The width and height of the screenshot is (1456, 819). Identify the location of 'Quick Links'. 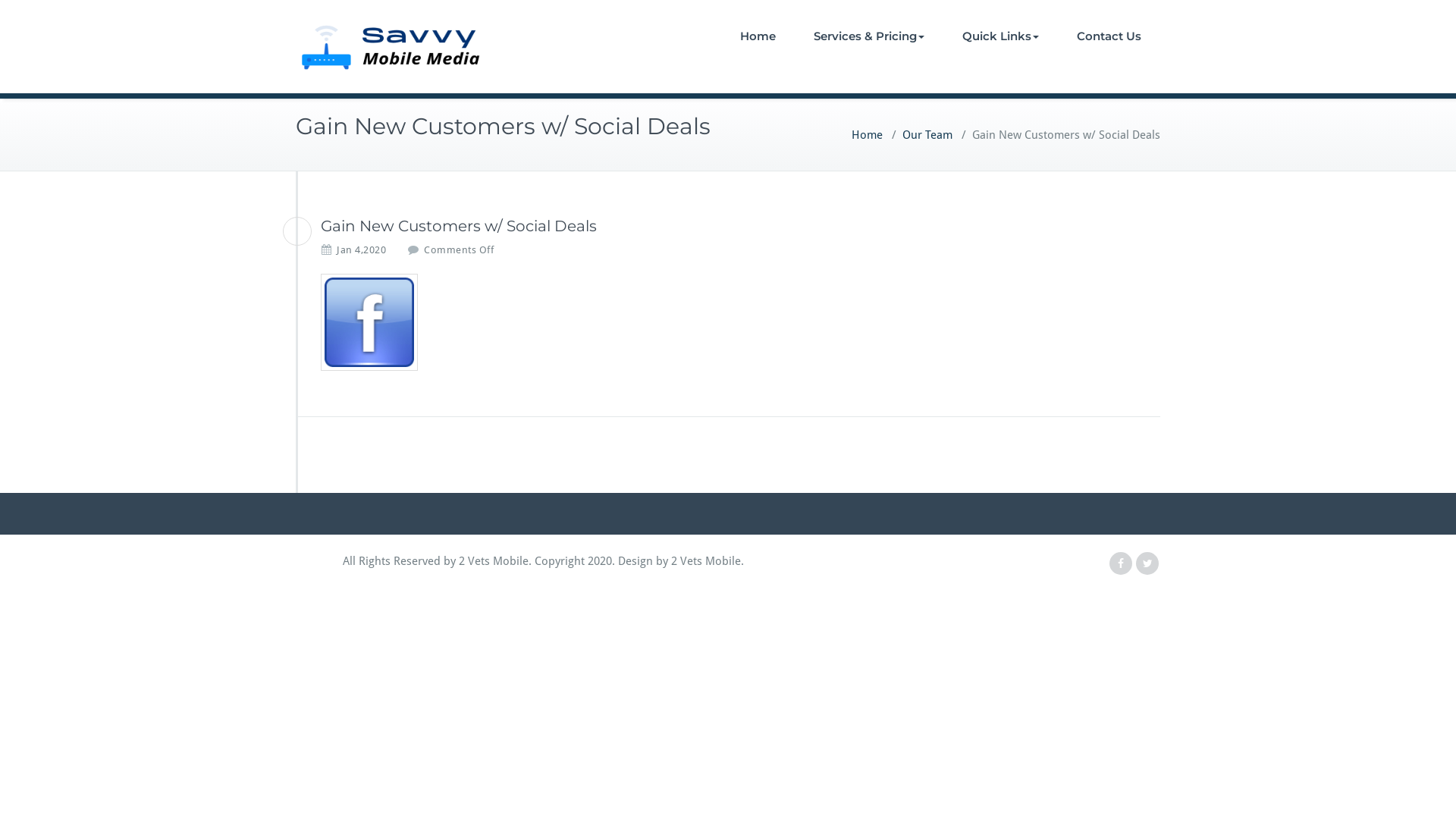
(1000, 35).